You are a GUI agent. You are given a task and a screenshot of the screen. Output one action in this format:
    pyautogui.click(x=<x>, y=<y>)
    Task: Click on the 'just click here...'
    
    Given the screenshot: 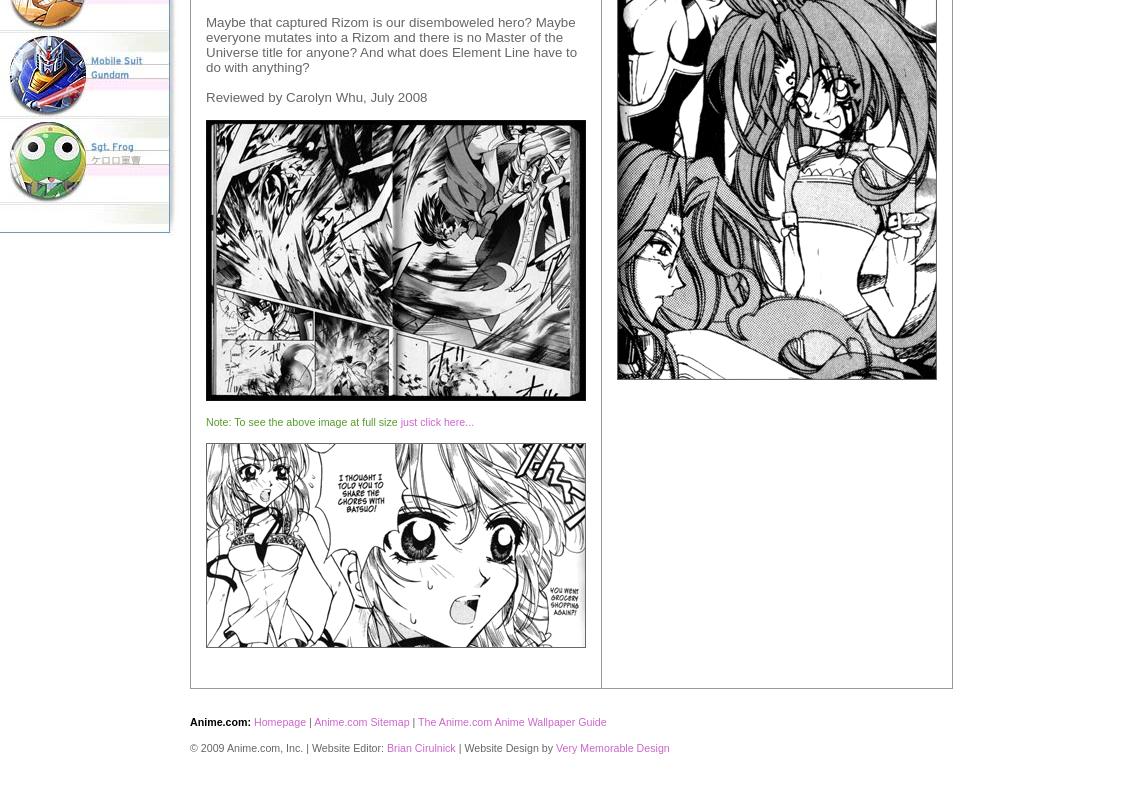 What is the action you would take?
    pyautogui.click(x=434, y=421)
    